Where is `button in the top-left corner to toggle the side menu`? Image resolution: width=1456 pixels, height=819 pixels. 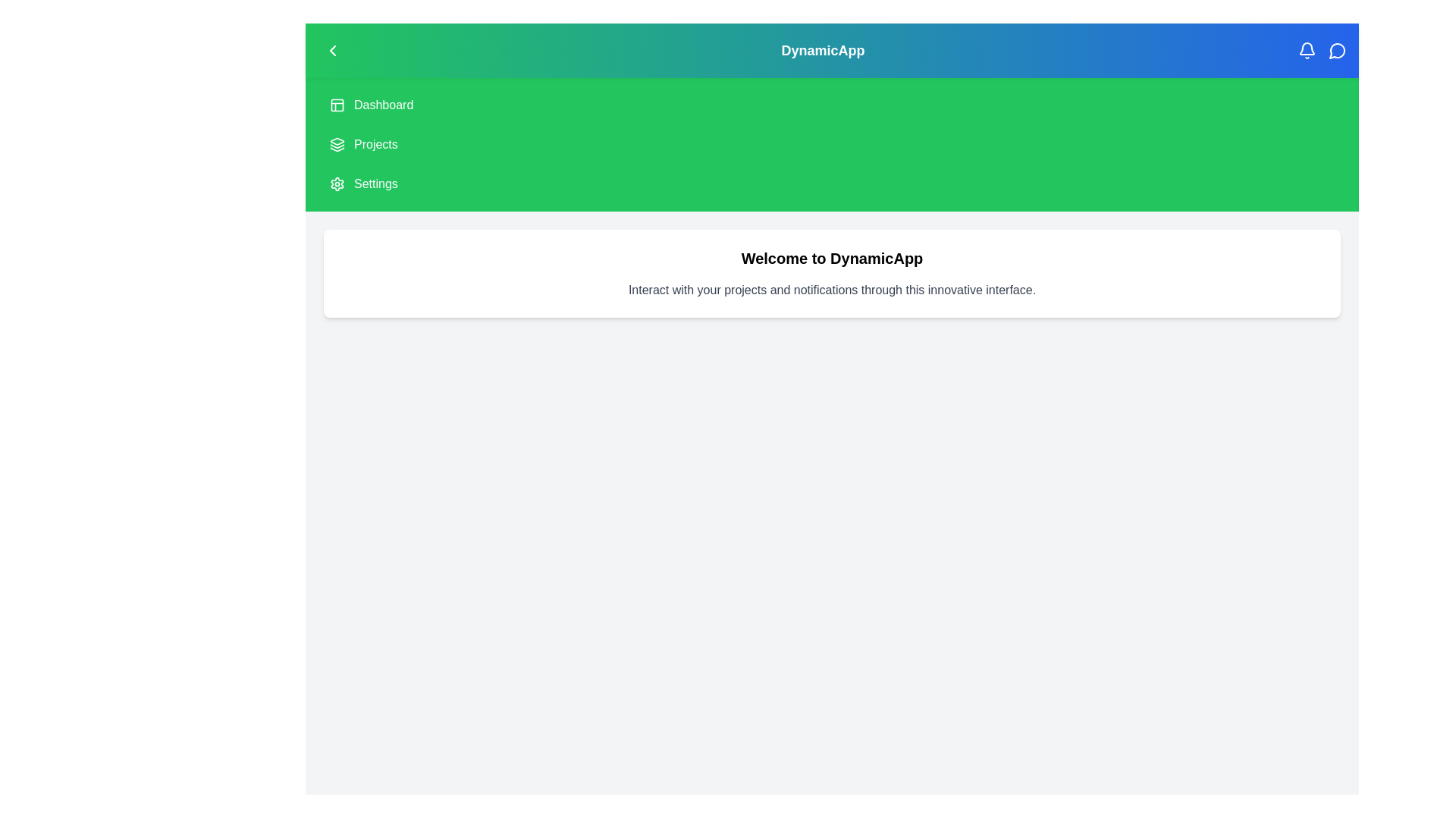
button in the top-left corner to toggle the side menu is located at coordinates (331, 49).